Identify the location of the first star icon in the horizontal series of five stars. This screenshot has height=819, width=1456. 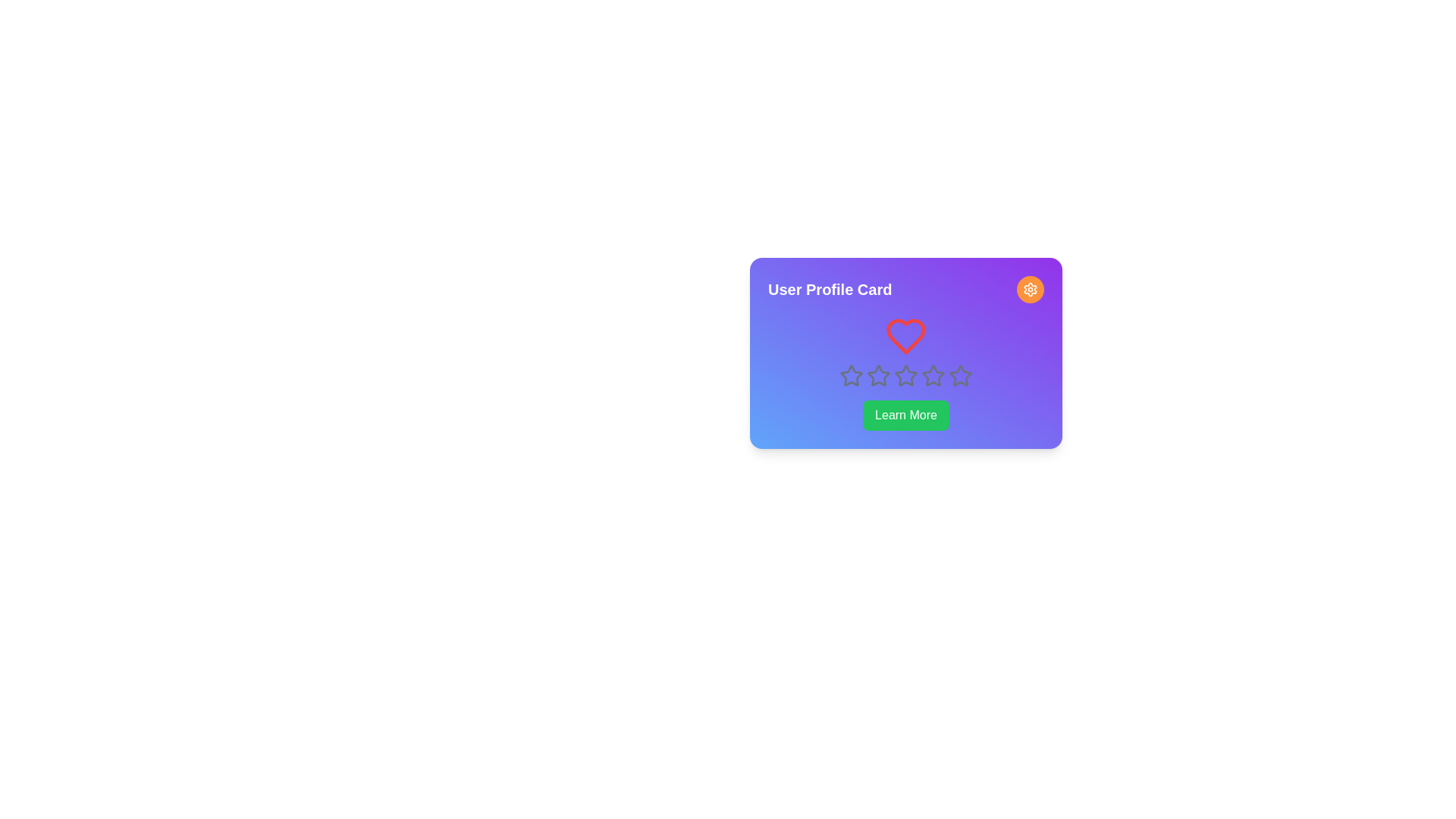
(852, 375).